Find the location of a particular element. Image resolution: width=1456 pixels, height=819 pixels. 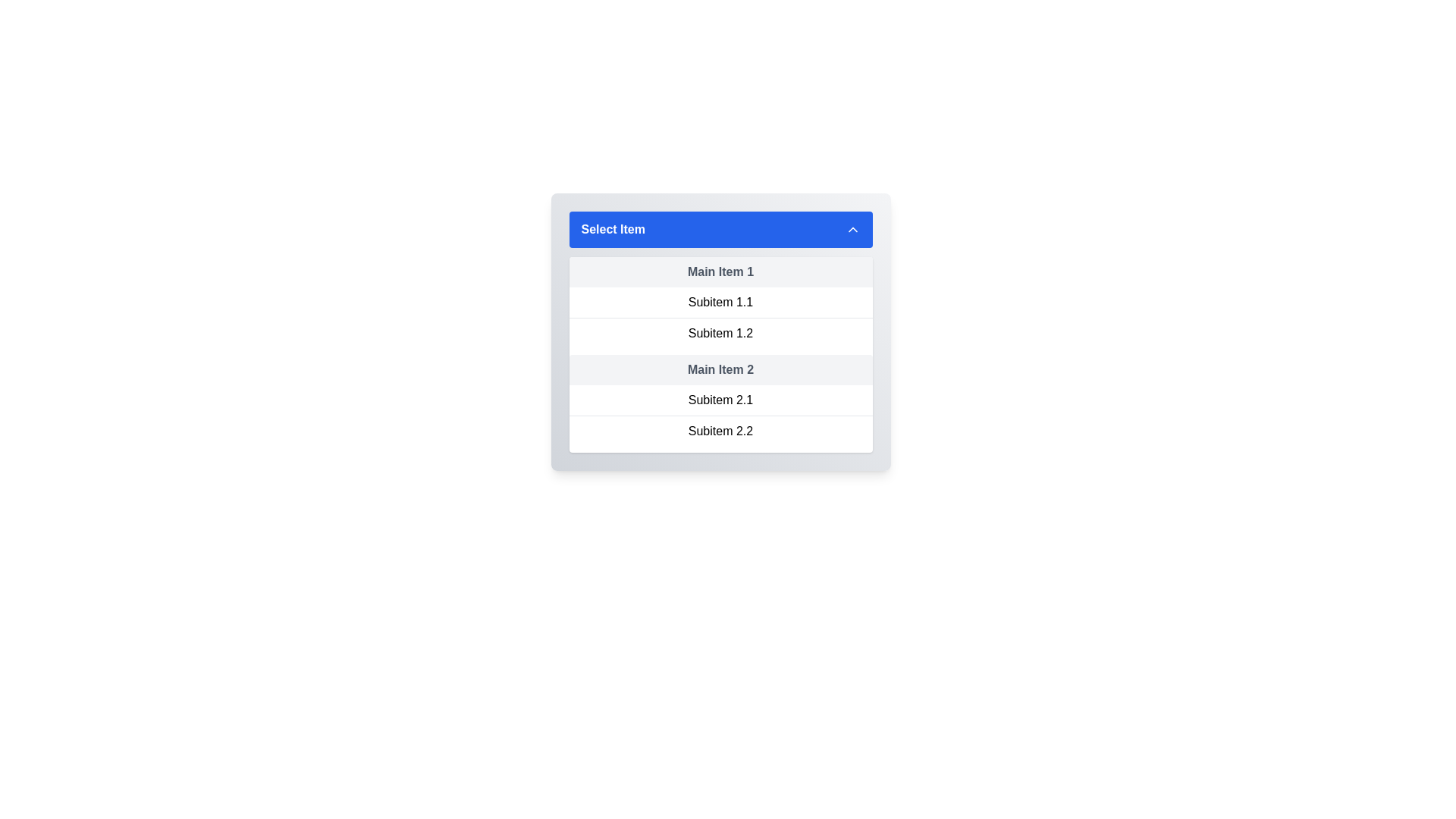

the subitems of the 'Main Item 2' dropdown list group is located at coordinates (720, 403).